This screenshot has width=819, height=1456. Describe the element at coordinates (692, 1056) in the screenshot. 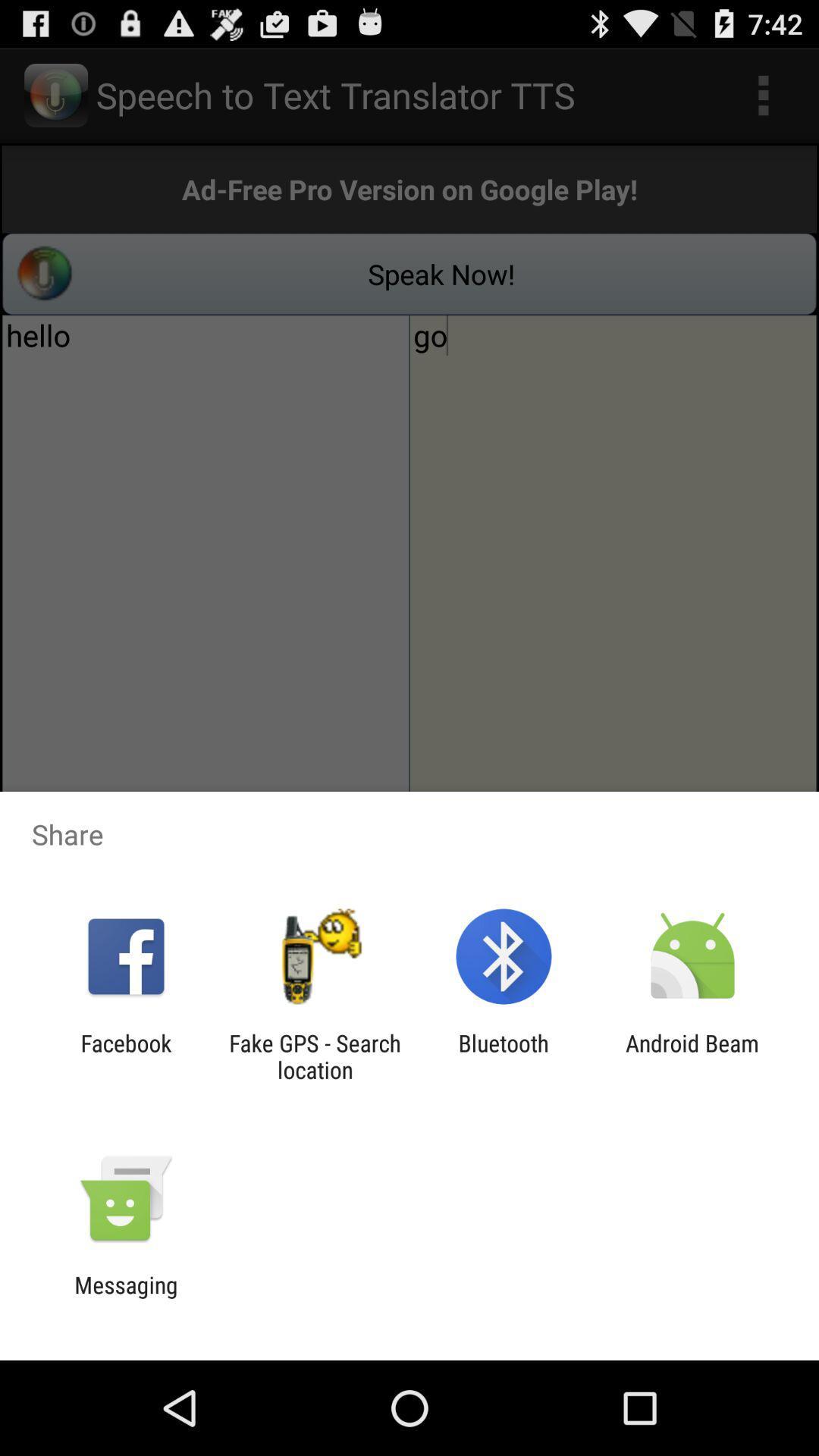

I see `app next to the bluetooth app` at that location.